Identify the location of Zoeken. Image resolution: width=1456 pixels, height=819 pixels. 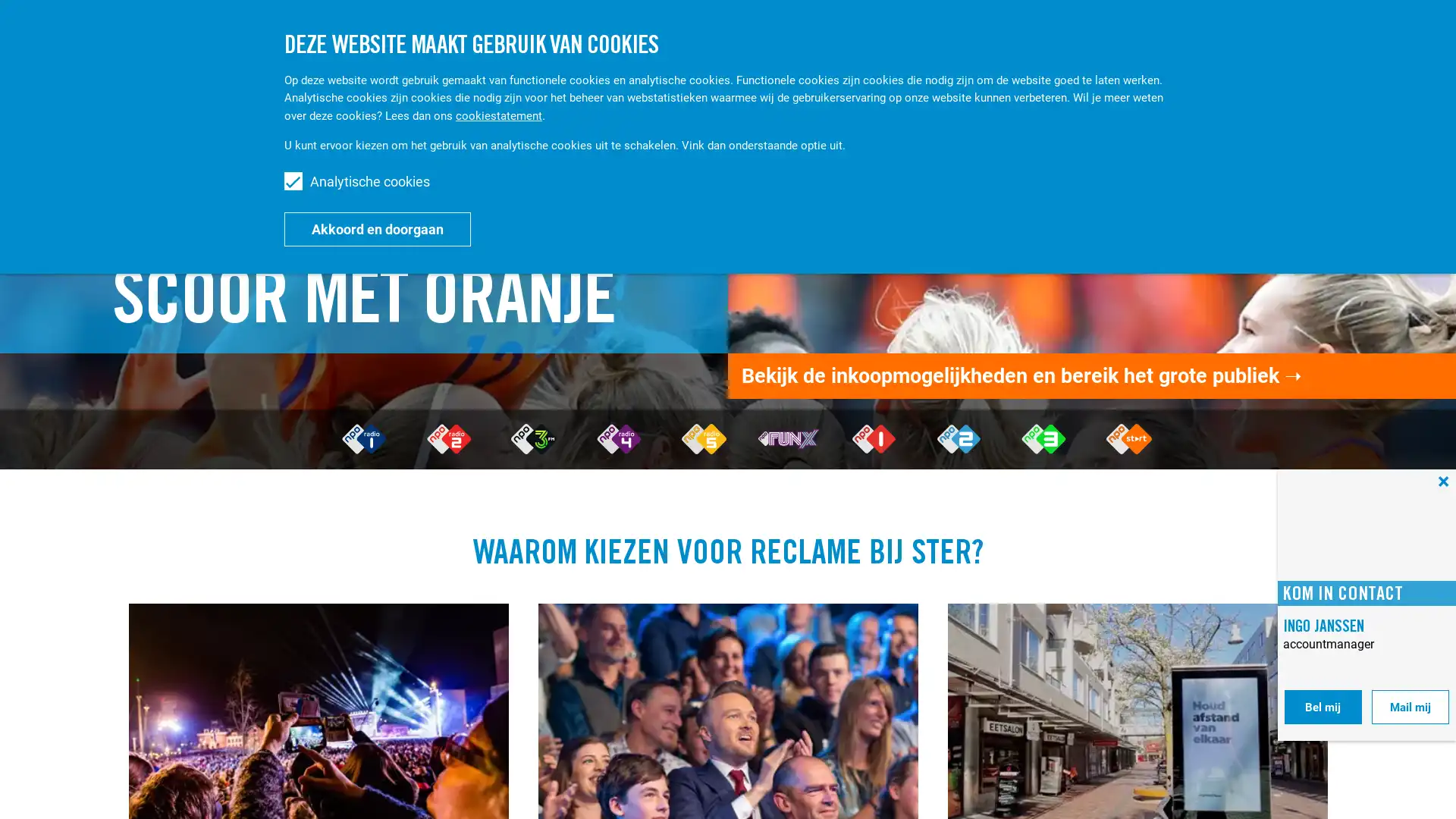
(1299, 36).